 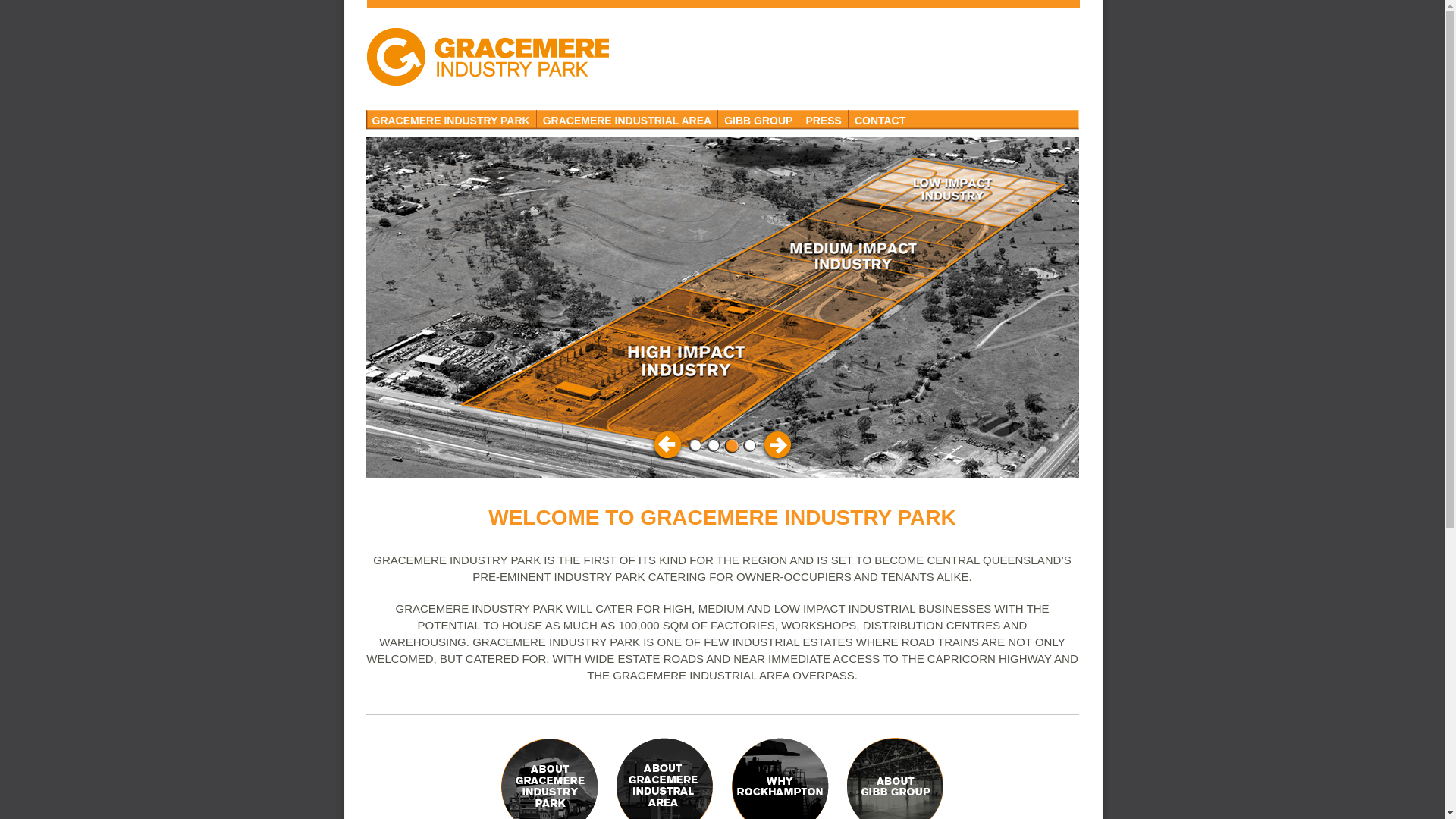 What do you see at coordinates (487, 55) in the screenshot?
I see `'Gracemere Industry Park'` at bounding box center [487, 55].